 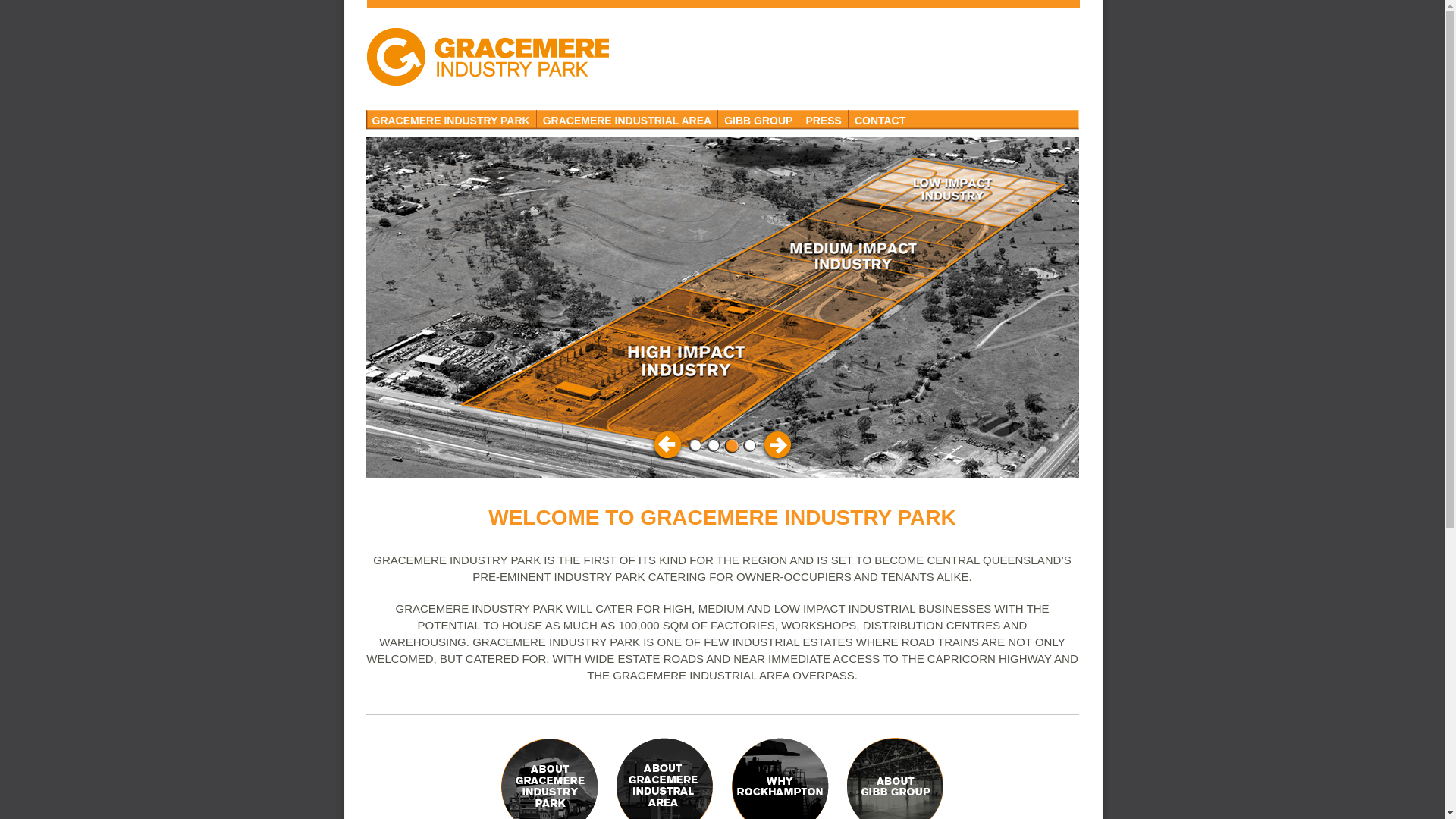 What do you see at coordinates (487, 55) in the screenshot?
I see `'Gracemere Industry Park'` at bounding box center [487, 55].